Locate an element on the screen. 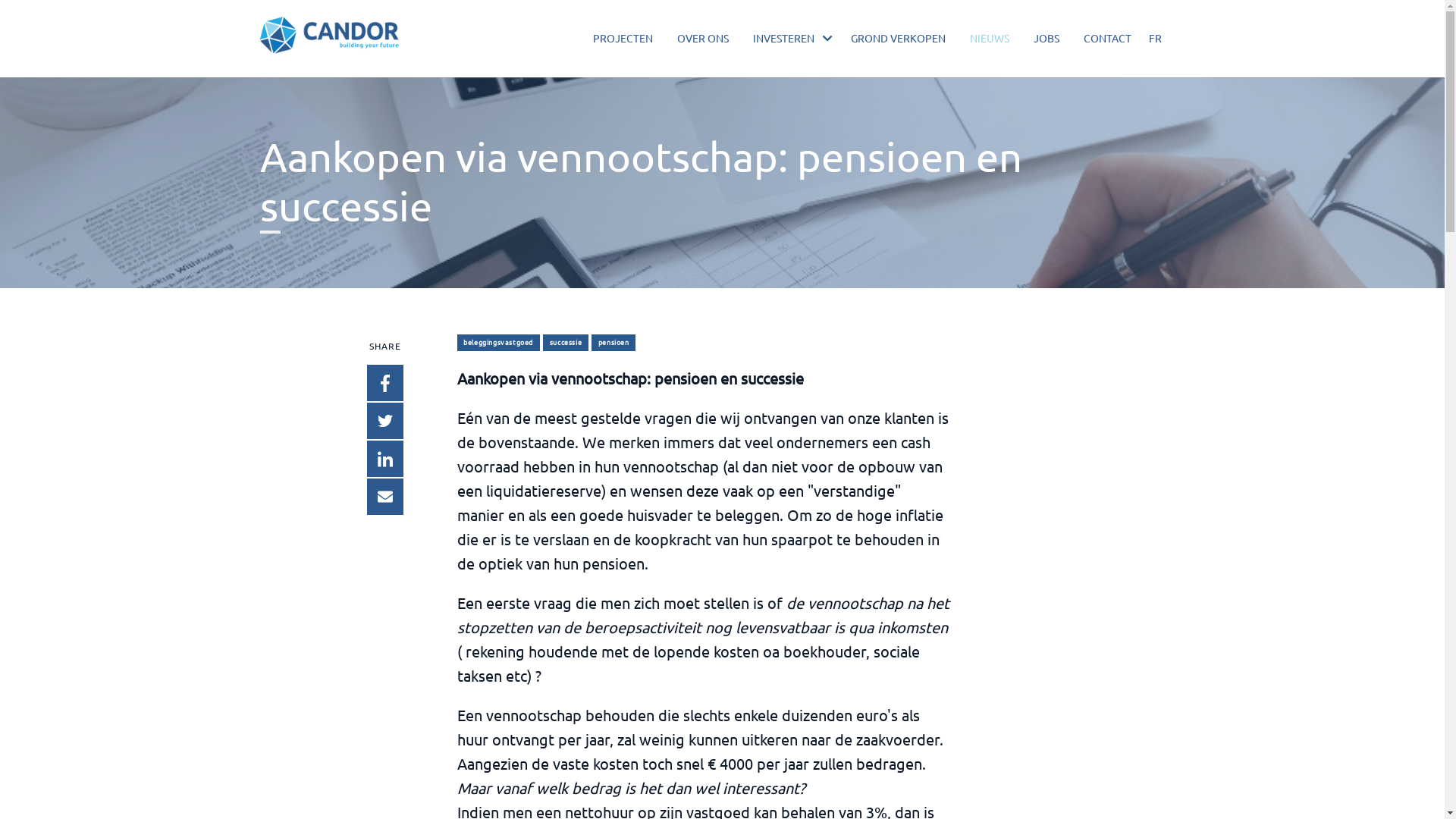 The height and width of the screenshot is (819, 1456). 'PROJECTEN' is located at coordinates (623, 37).